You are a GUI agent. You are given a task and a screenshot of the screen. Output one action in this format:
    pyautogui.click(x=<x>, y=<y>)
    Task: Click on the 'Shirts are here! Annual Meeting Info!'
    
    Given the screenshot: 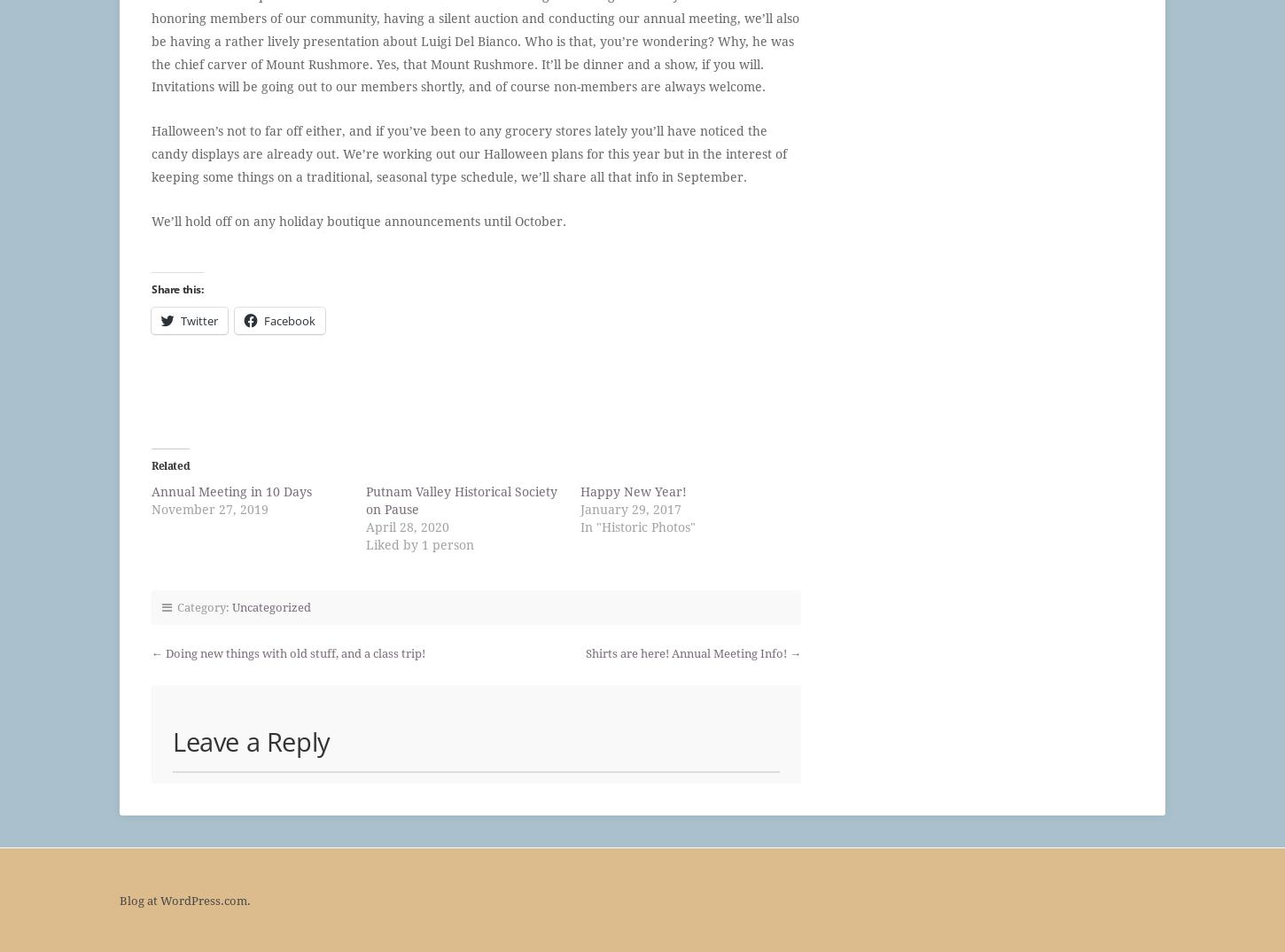 What is the action you would take?
    pyautogui.click(x=686, y=652)
    